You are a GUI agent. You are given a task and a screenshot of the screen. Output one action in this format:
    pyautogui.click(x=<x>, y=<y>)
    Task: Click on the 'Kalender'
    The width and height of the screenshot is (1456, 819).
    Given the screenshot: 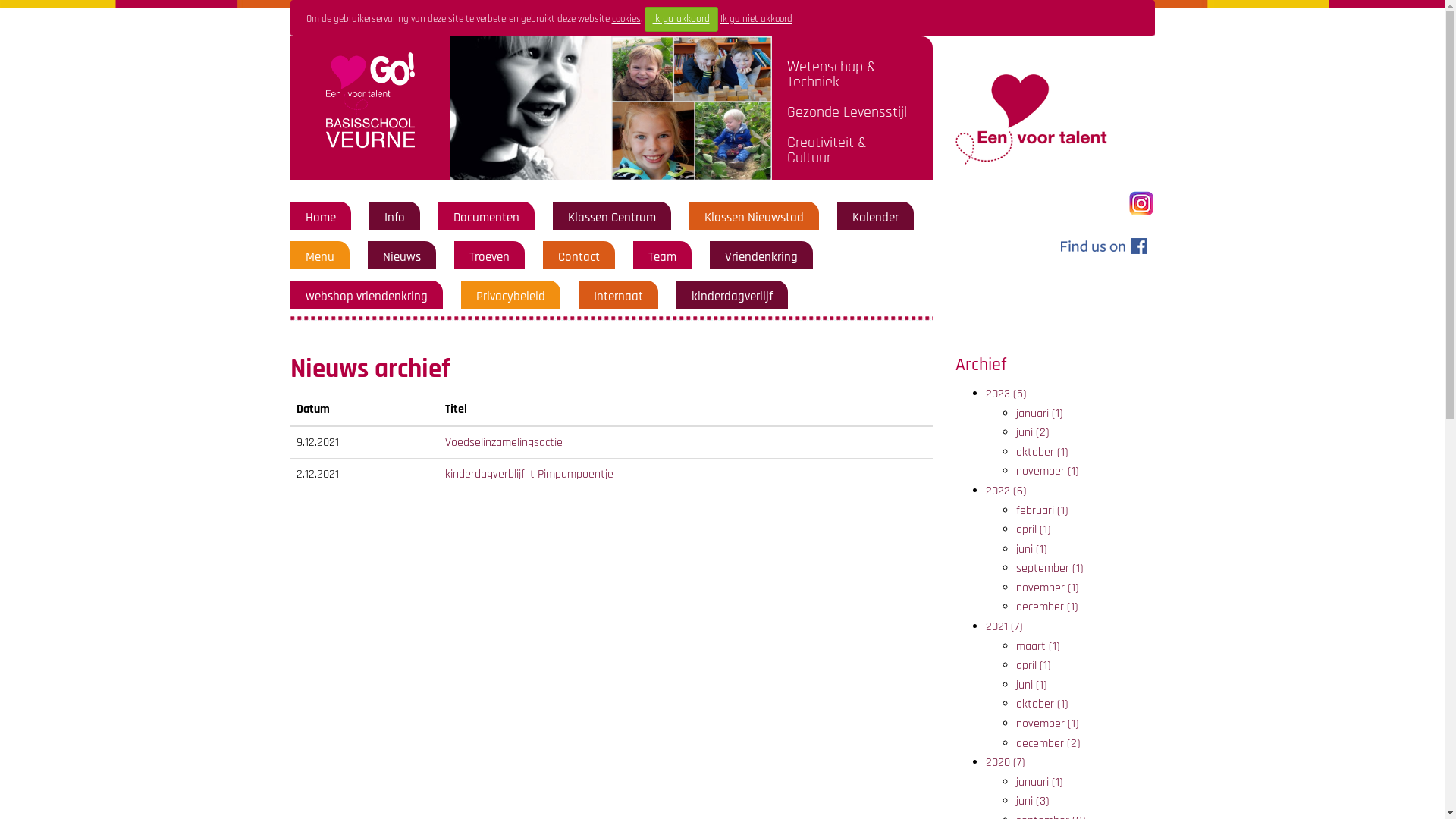 What is the action you would take?
    pyautogui.click(x=875, y=217)
    